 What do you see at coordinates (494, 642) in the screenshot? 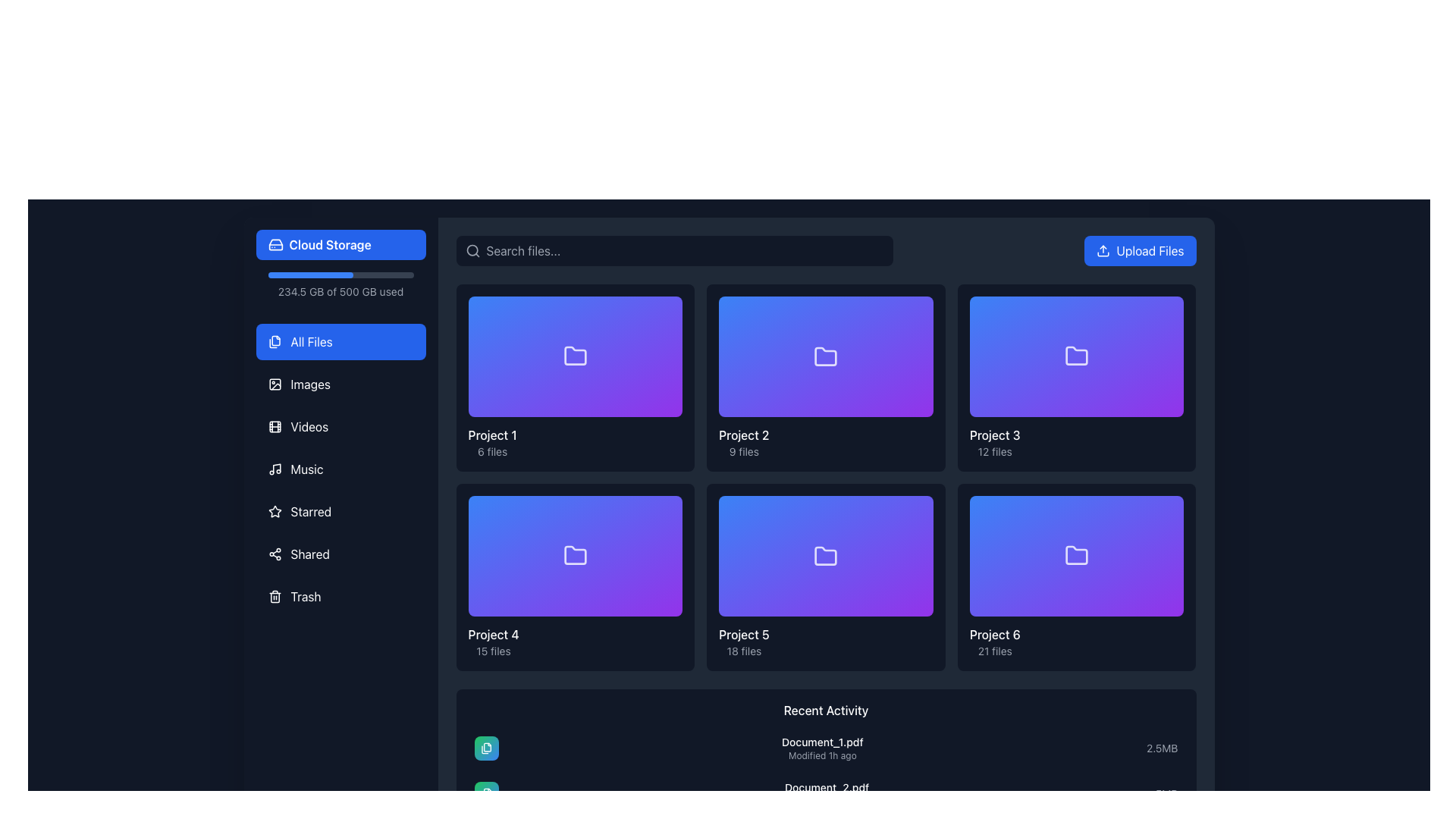
I see `the text label displaying 'Project 4' and '15 files', which is located in the lower-left corner of the project grid` at bounding box center [494, 642].